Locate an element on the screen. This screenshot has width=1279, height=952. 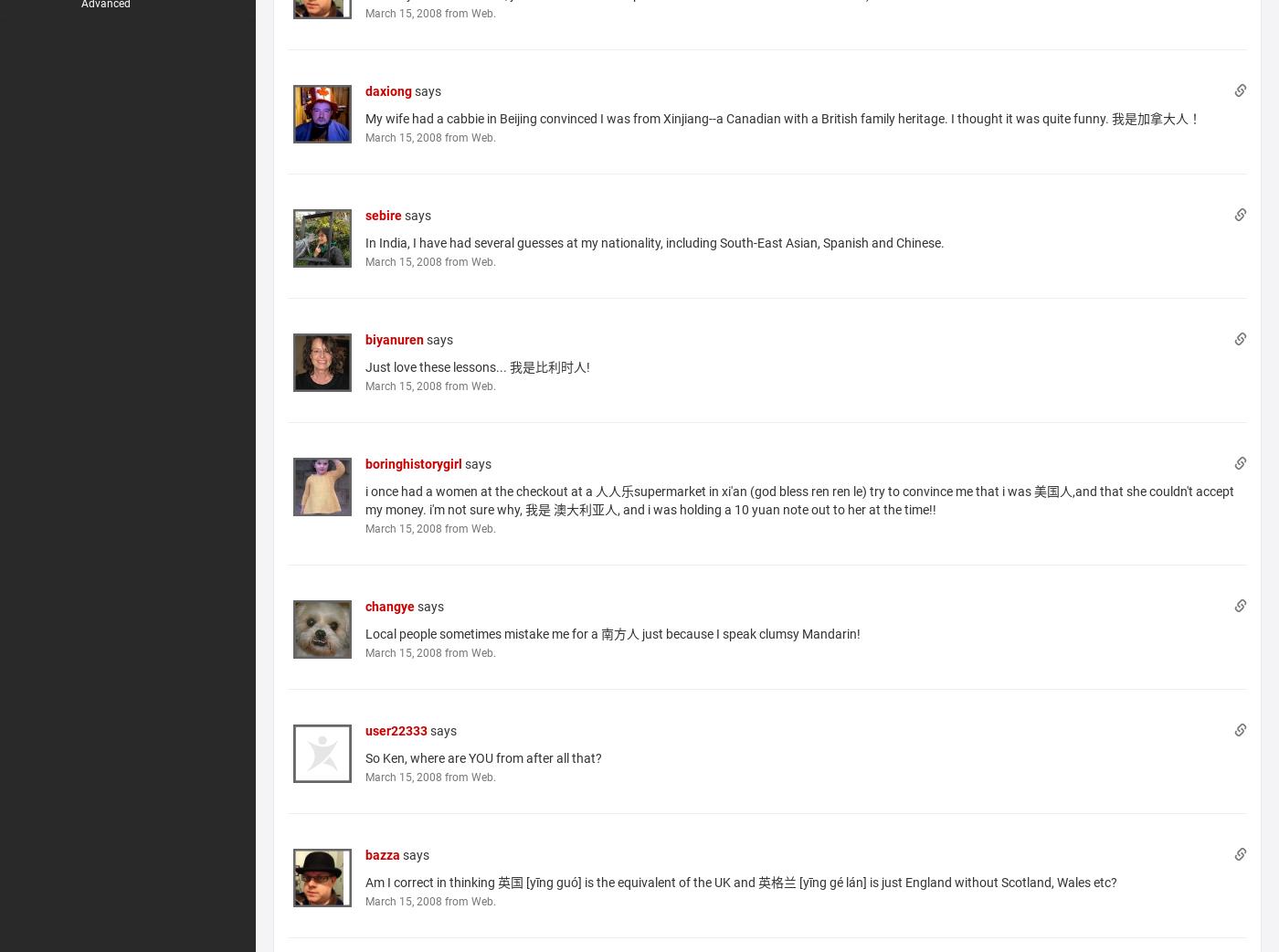
'biyanuren' is located at coordinates (395, 337).